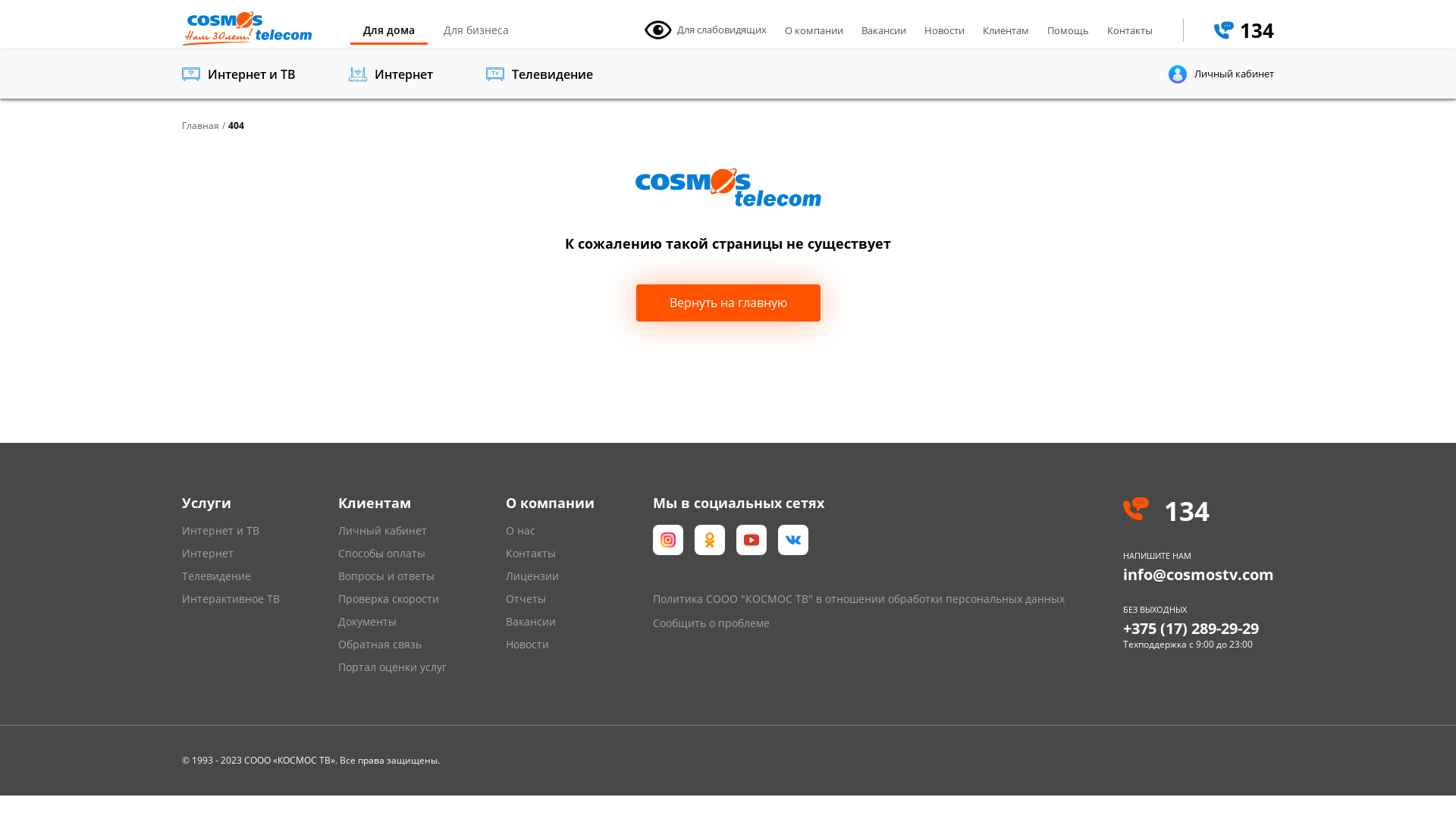 The height and width of the screenshot is (819, 1456). I want to click on '134', so click(1244, 30).